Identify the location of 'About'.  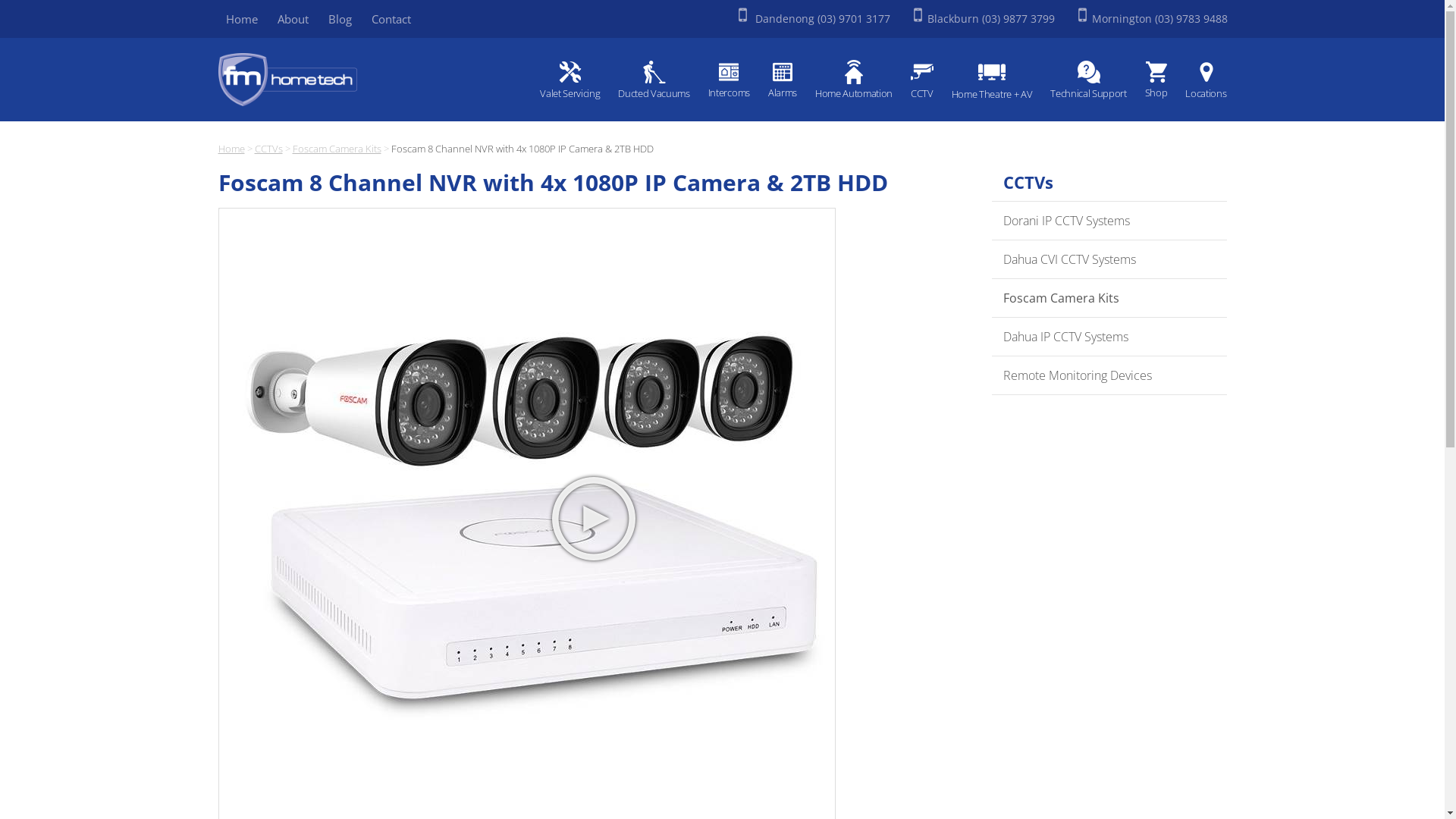
(293, 18).